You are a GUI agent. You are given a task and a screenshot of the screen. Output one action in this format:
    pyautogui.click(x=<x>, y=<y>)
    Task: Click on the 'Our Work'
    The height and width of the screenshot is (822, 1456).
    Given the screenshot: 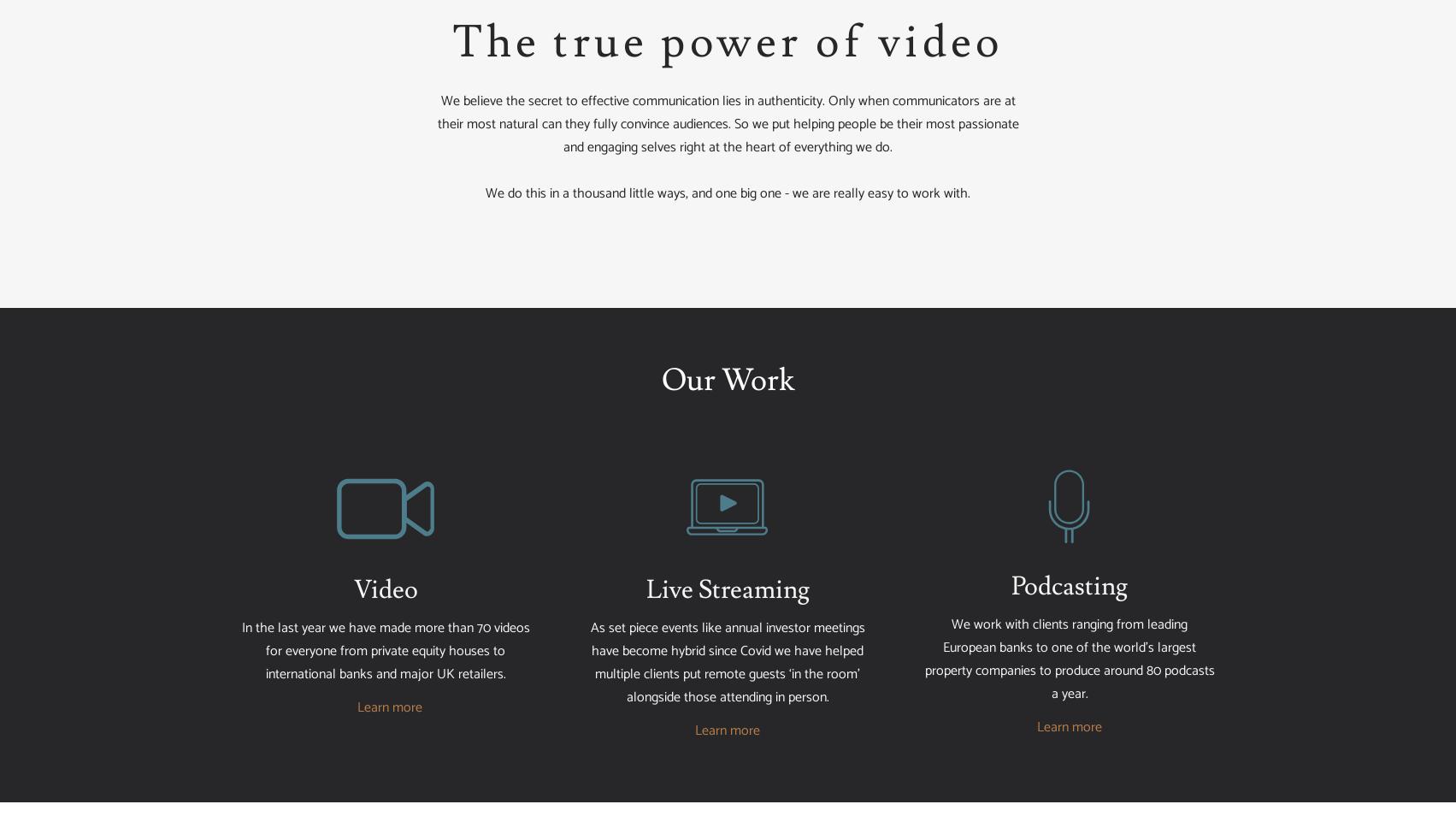 What is the action you would take?
    pyautogui.click(x=728, y=380)
    